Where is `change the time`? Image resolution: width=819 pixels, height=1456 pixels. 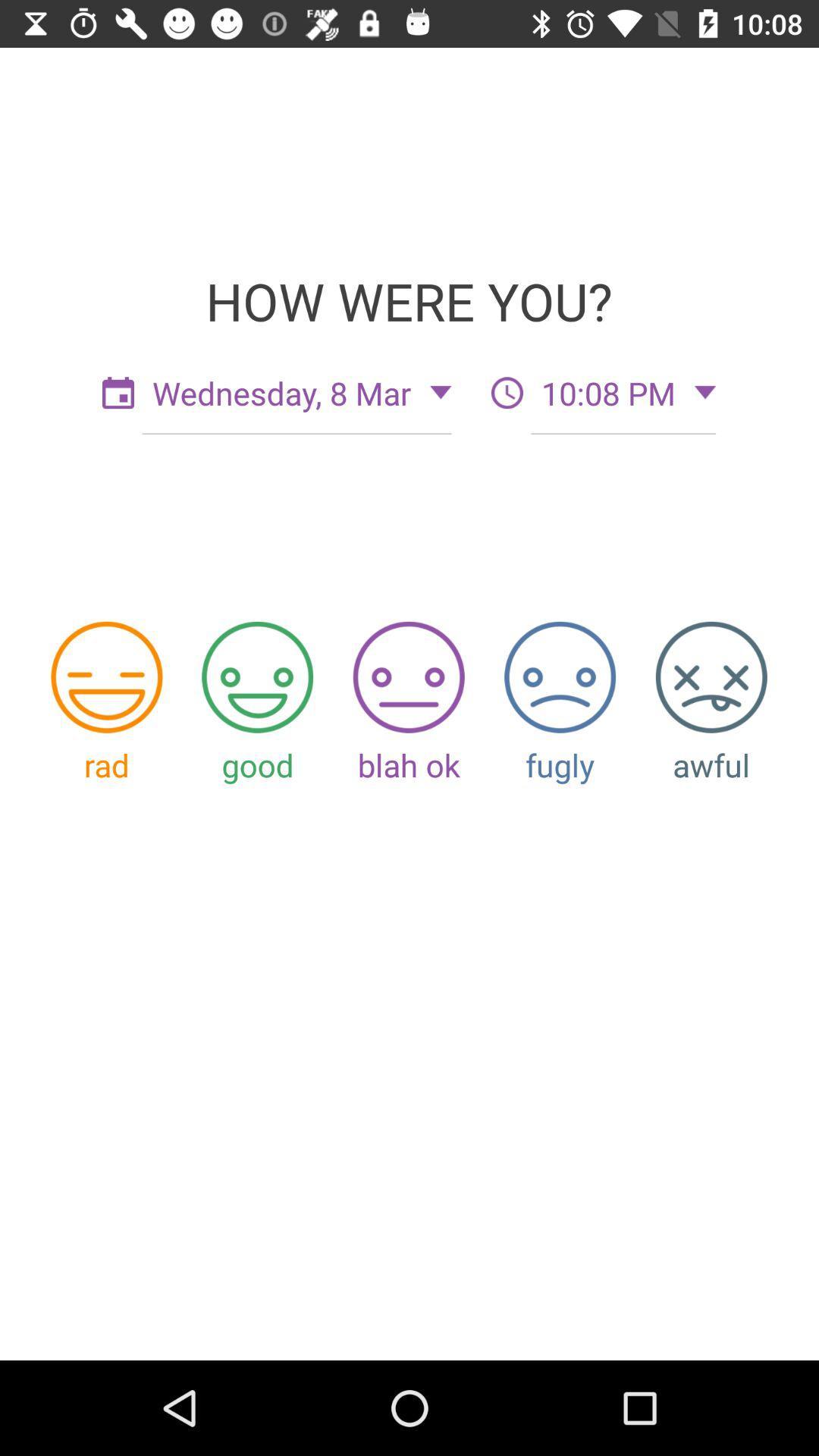
change the time is located at coordinates (507, 393).